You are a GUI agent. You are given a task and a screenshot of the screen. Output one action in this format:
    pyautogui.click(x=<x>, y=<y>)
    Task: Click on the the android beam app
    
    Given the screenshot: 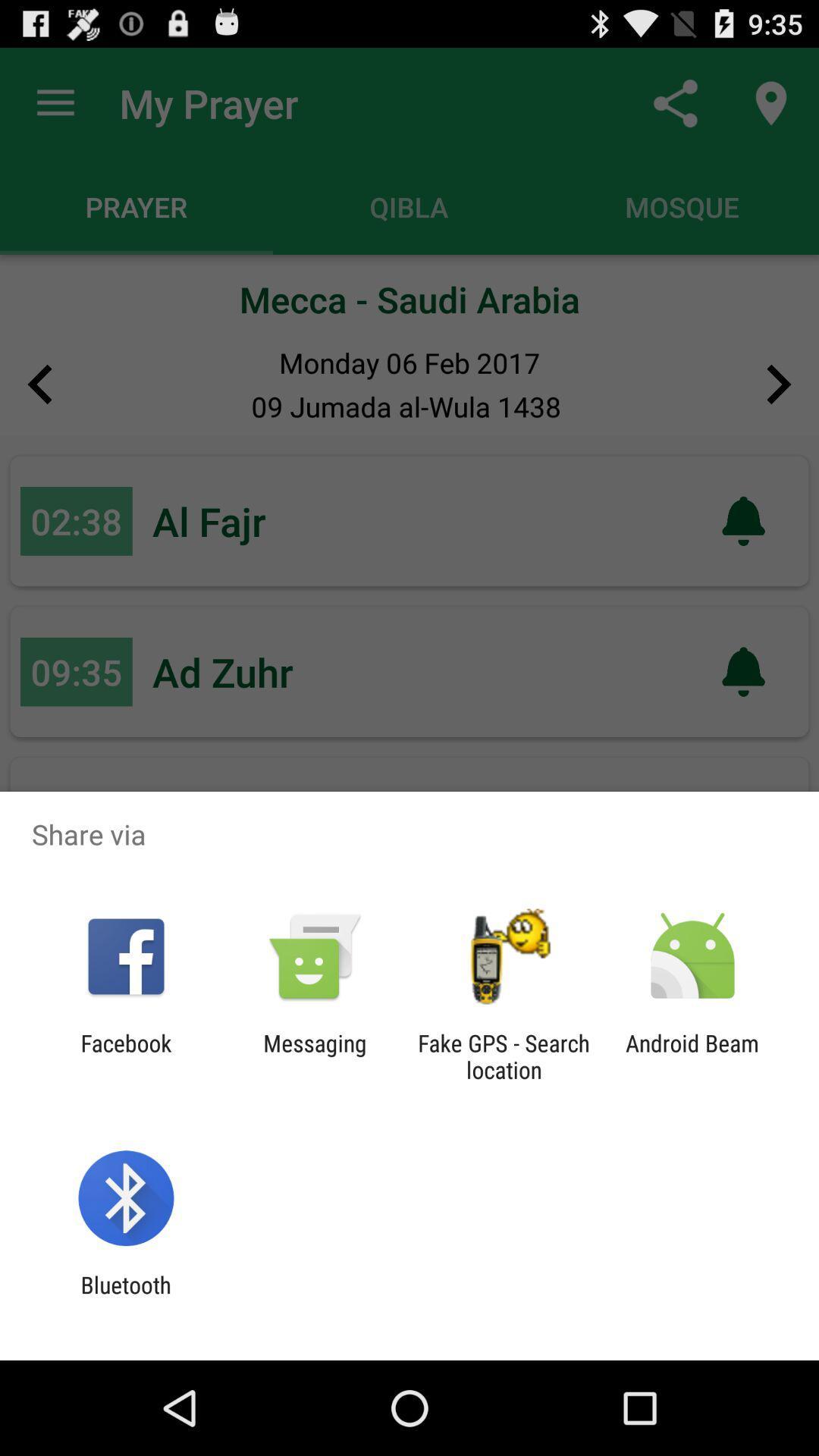 What is the action you would take?
    pyautogui.click(x=692, y=1056)
    